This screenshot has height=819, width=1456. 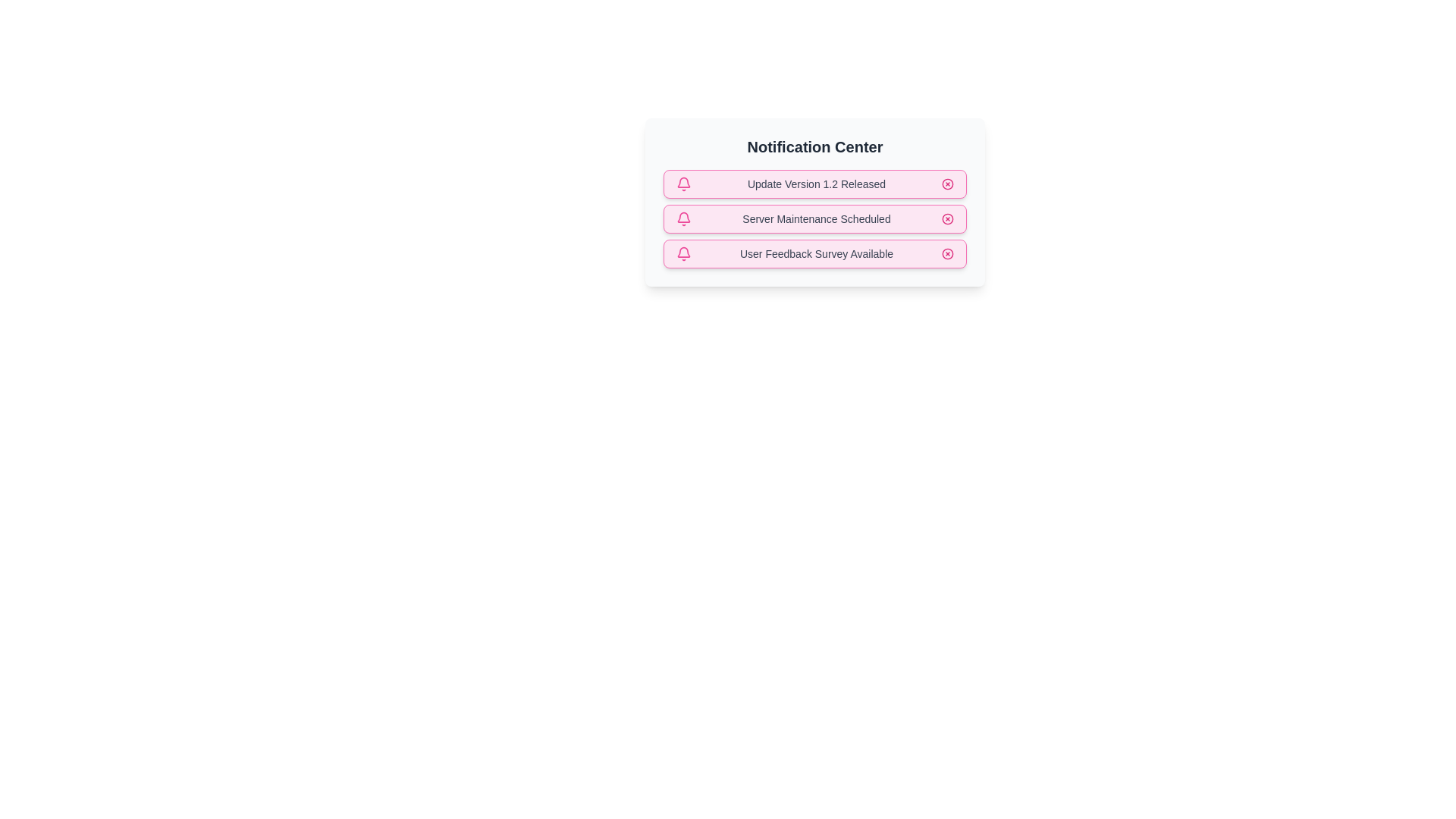 What do you see at coordinates (683, 253) in the screenshot?
I see `the notification icon to reveal details for the notification titled 'User Feedback Survey Available'` at bounding box center [683, 253].